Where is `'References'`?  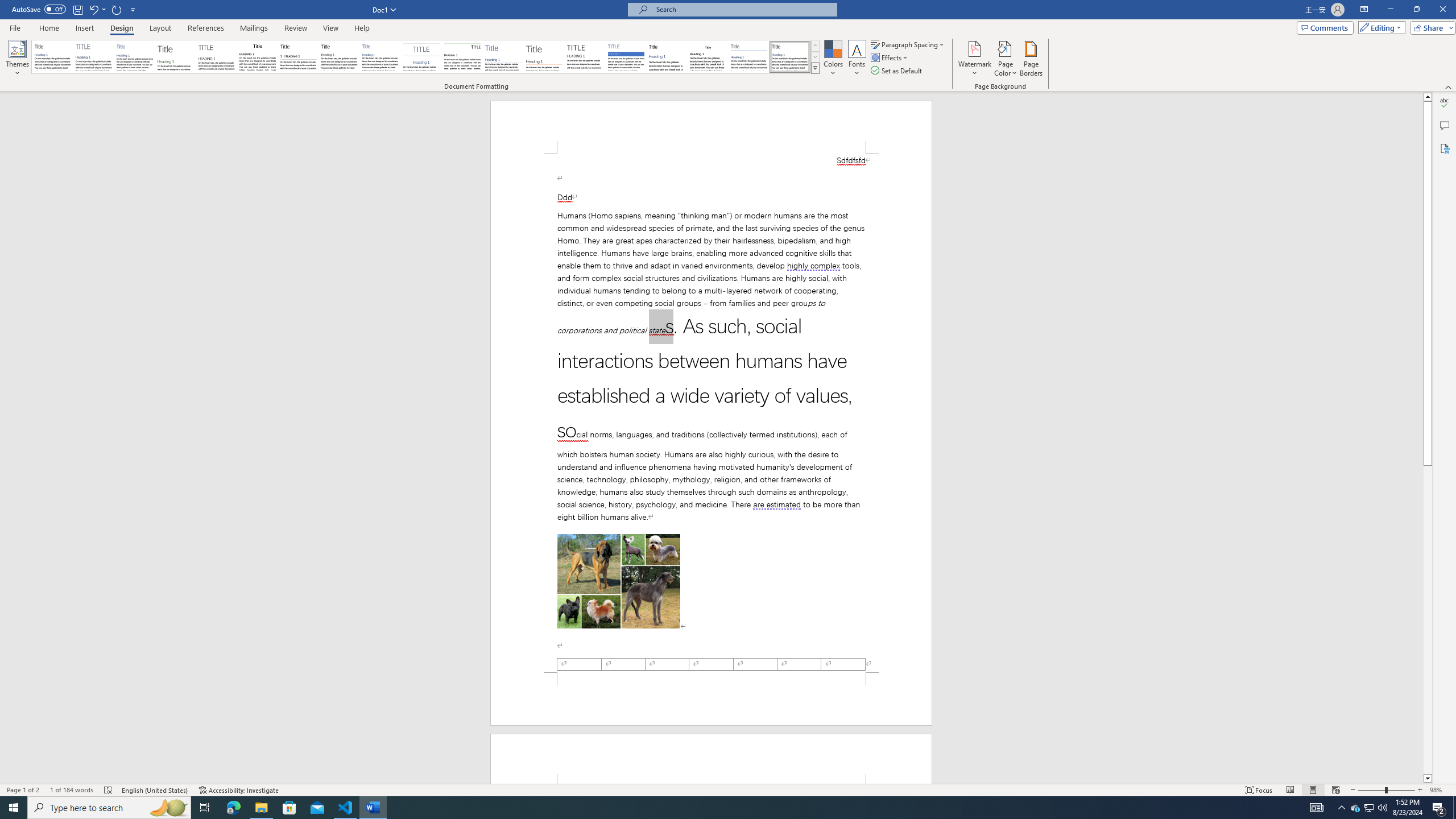 'References' is located at coordinates (206, 28).